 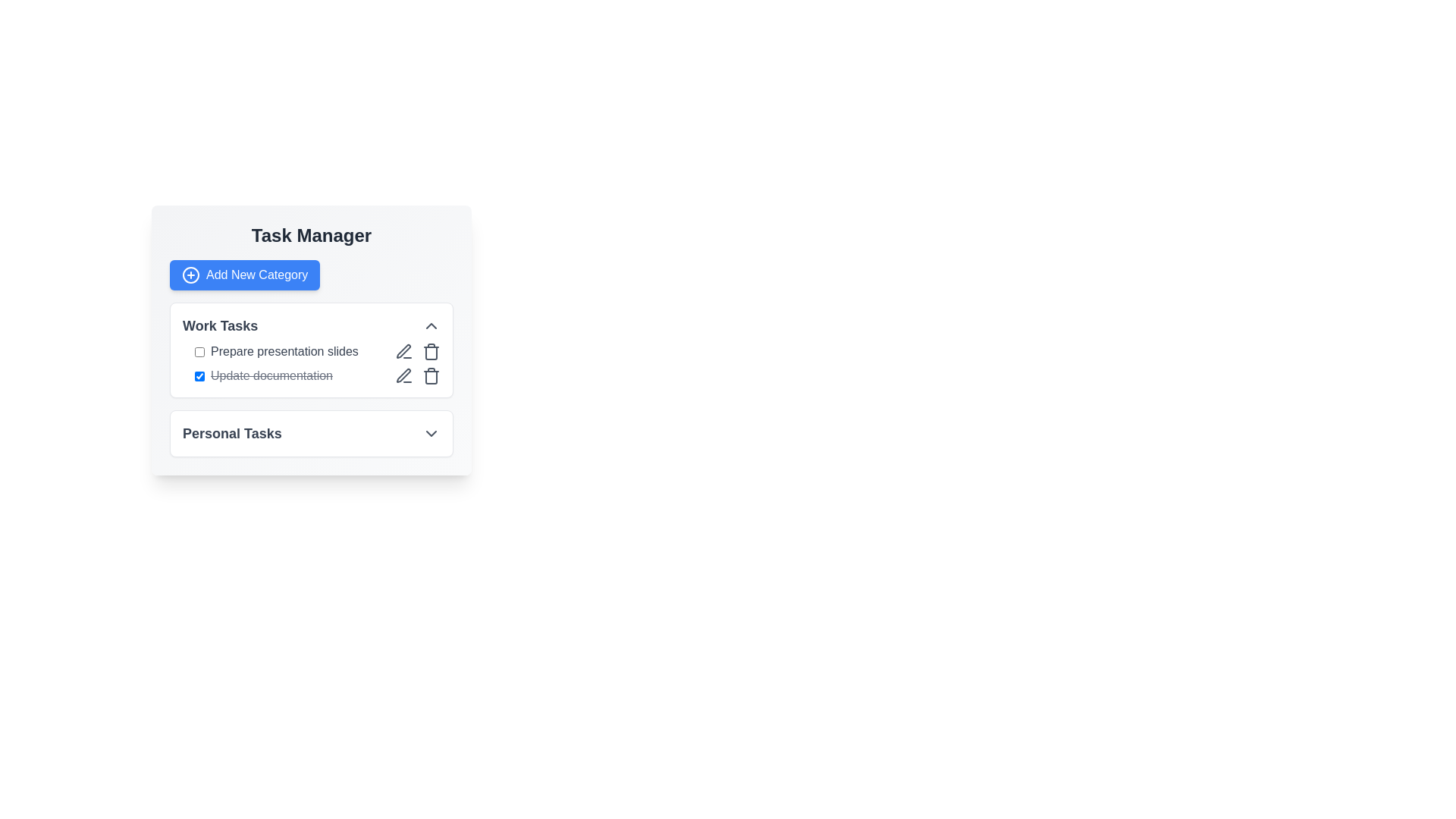 What do you see at coordinates (431, 375) in the screenshot?
I see `the trash can icon` at bounding box center [431, 375].